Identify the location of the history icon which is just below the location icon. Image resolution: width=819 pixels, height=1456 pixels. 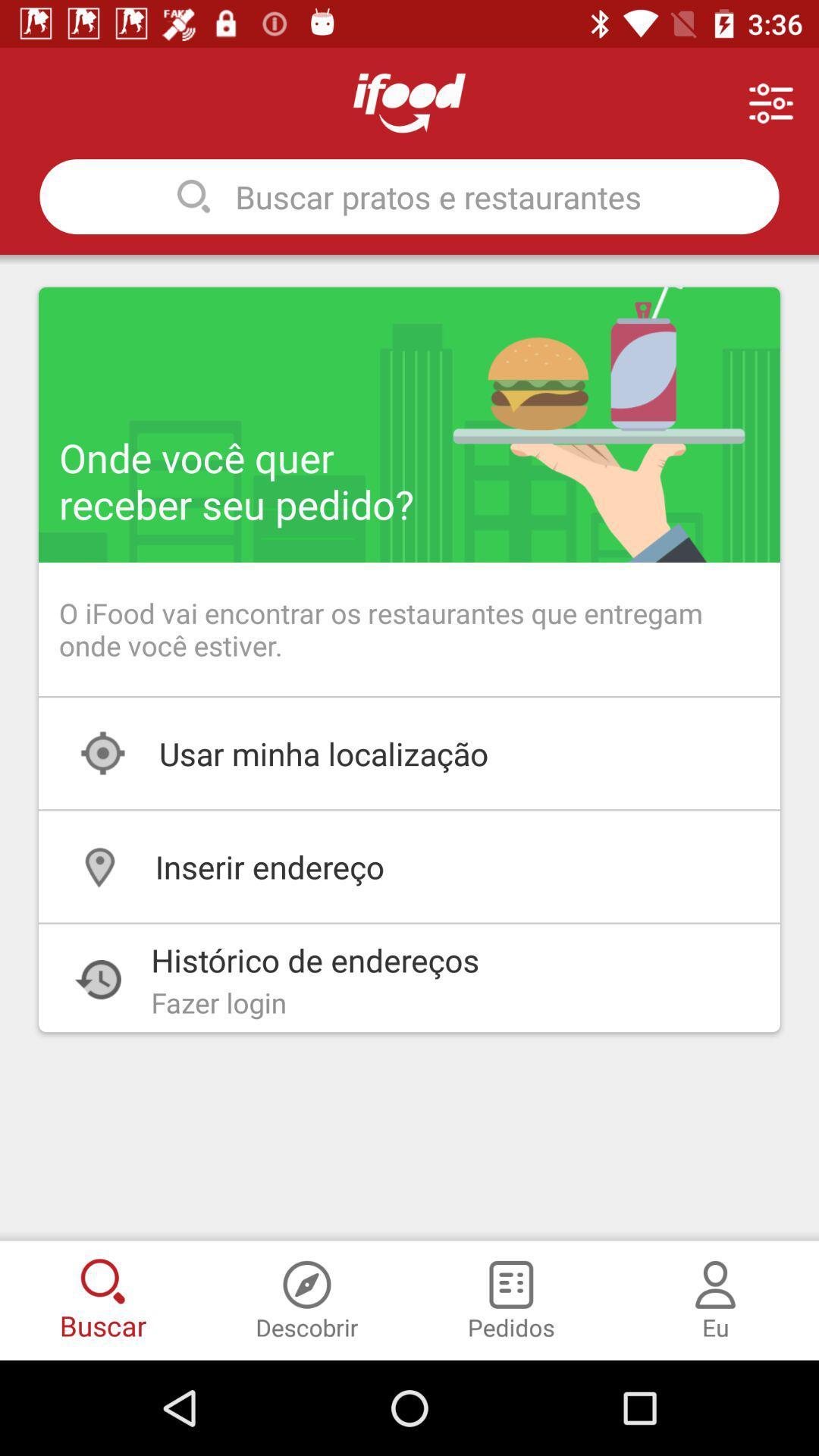
(98, 979).